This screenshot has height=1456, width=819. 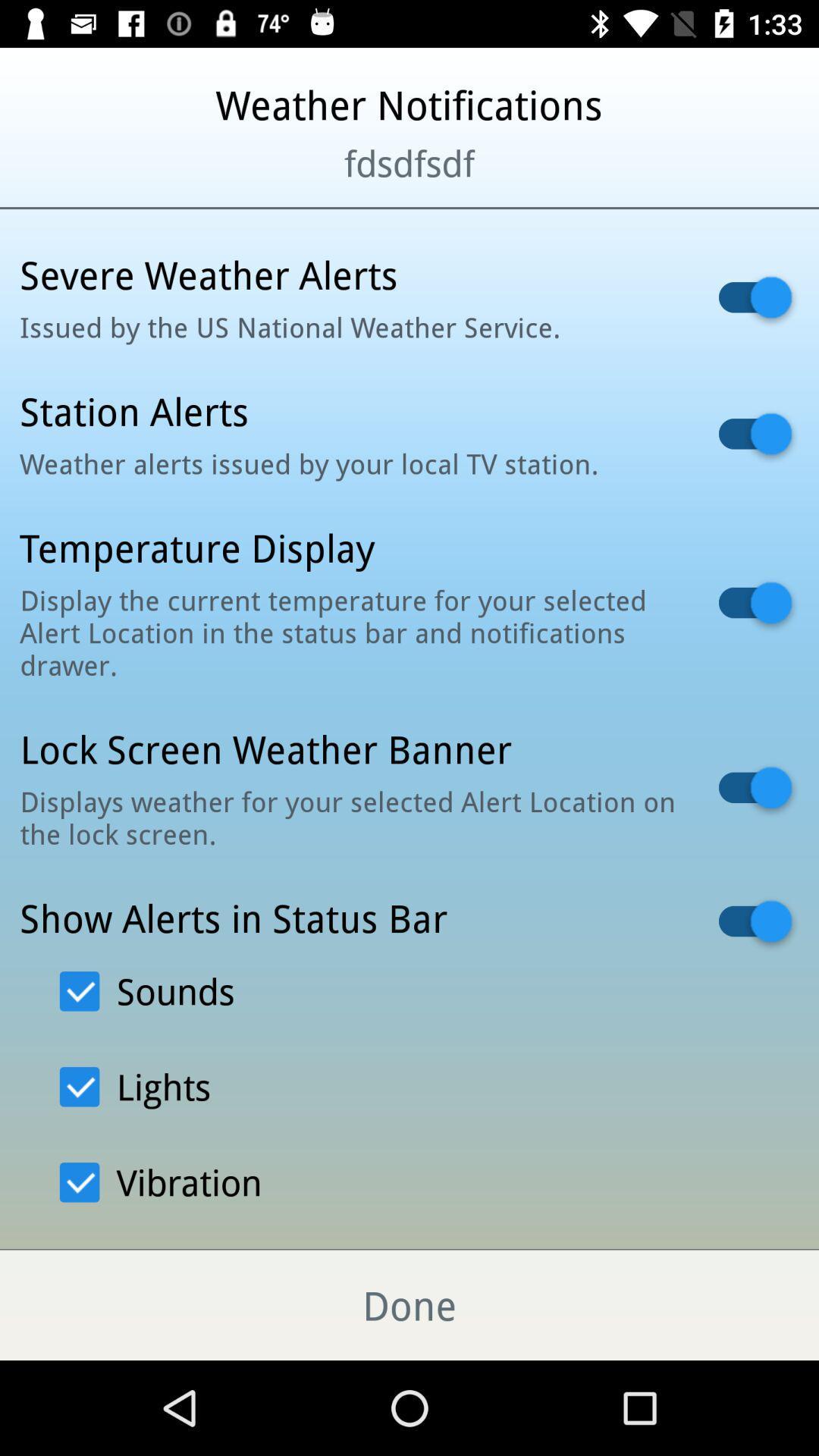 I want to click on displays weather for, so click(x=350, y=817).